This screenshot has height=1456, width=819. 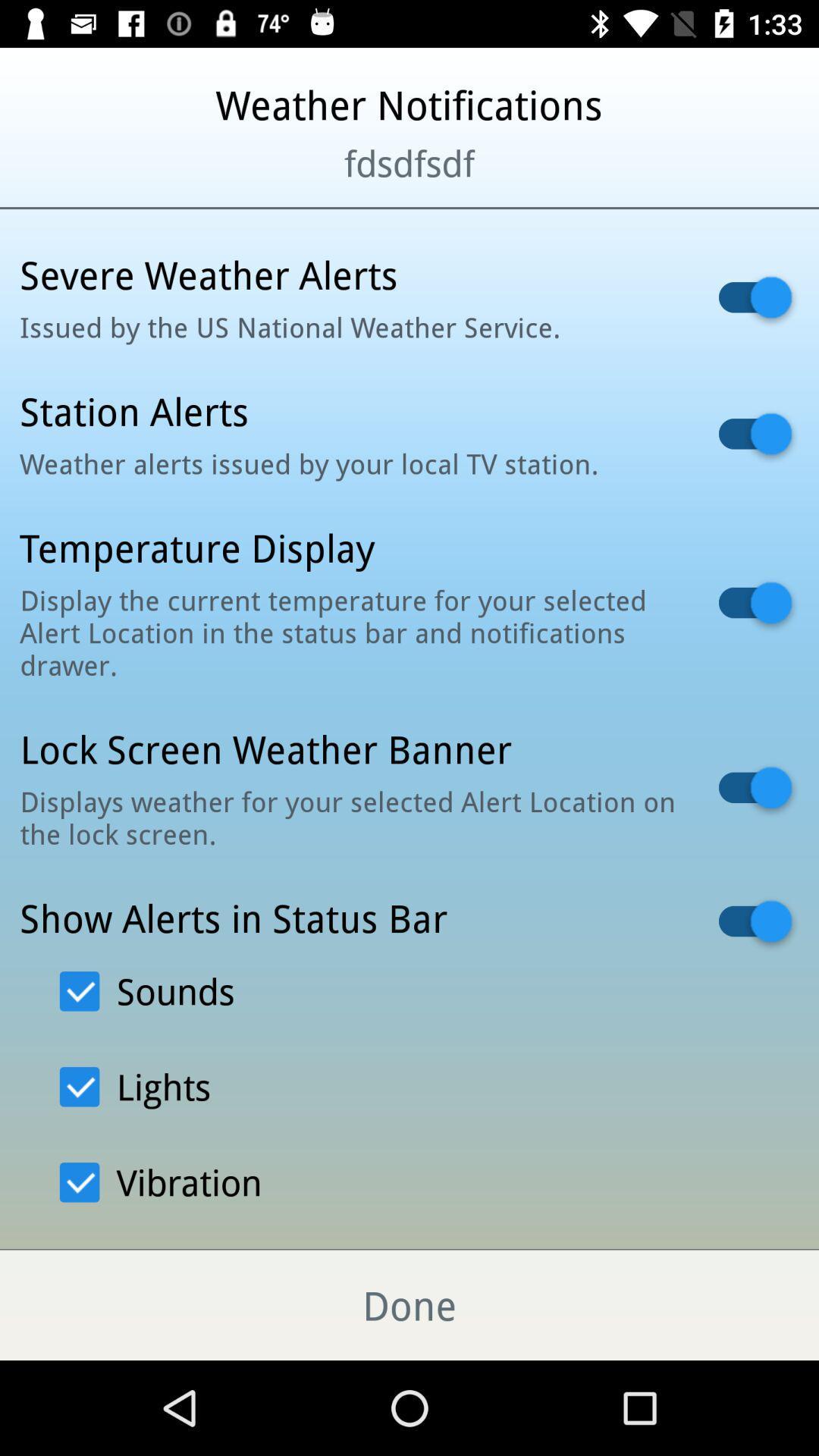 I want to click on displays weather for, so click(x=350, y=817).